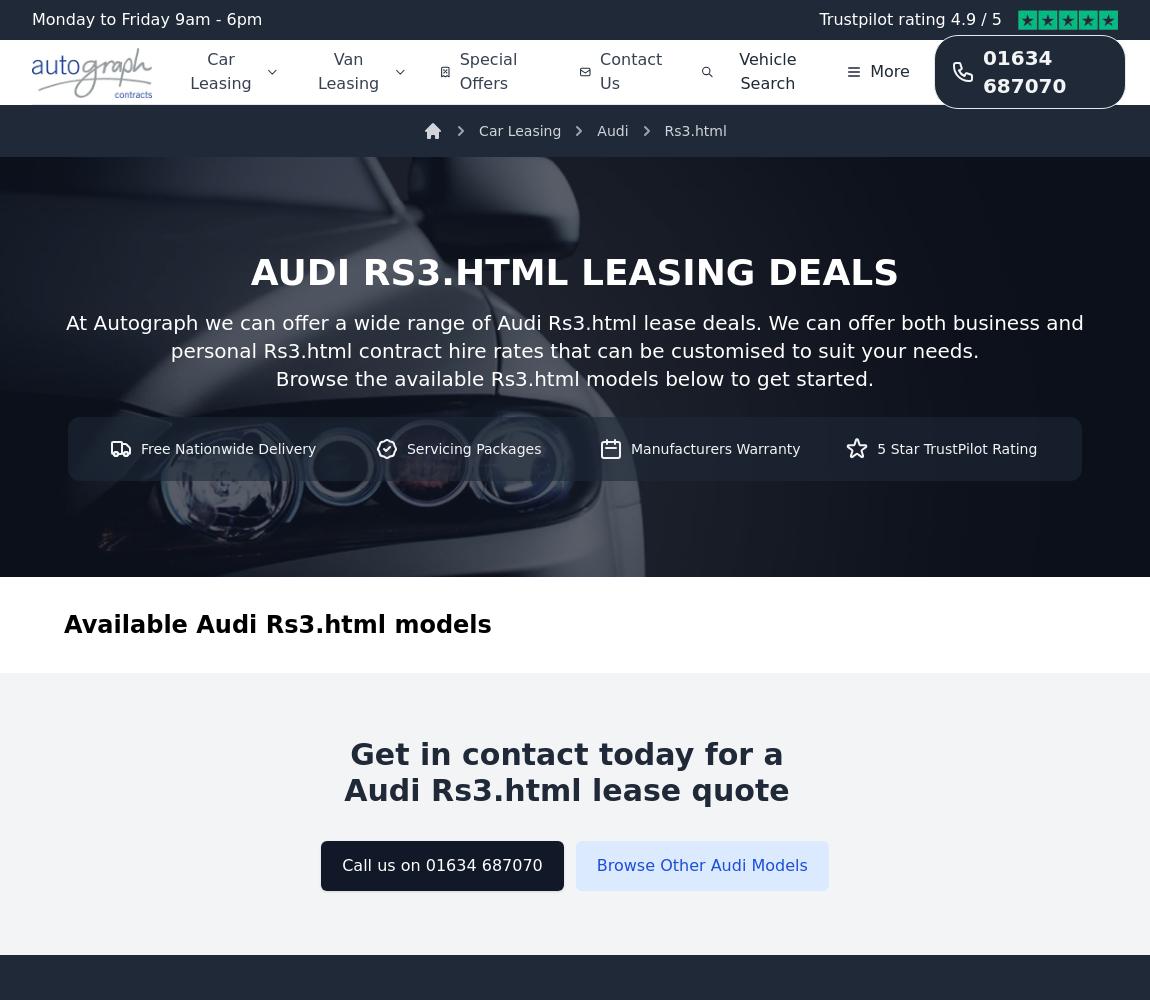 The image size is (1150, 1000). What do you see at coordinates (630, 70) in the screenshot?
I see `'Contact Us'` at bounding box center [630, 70].